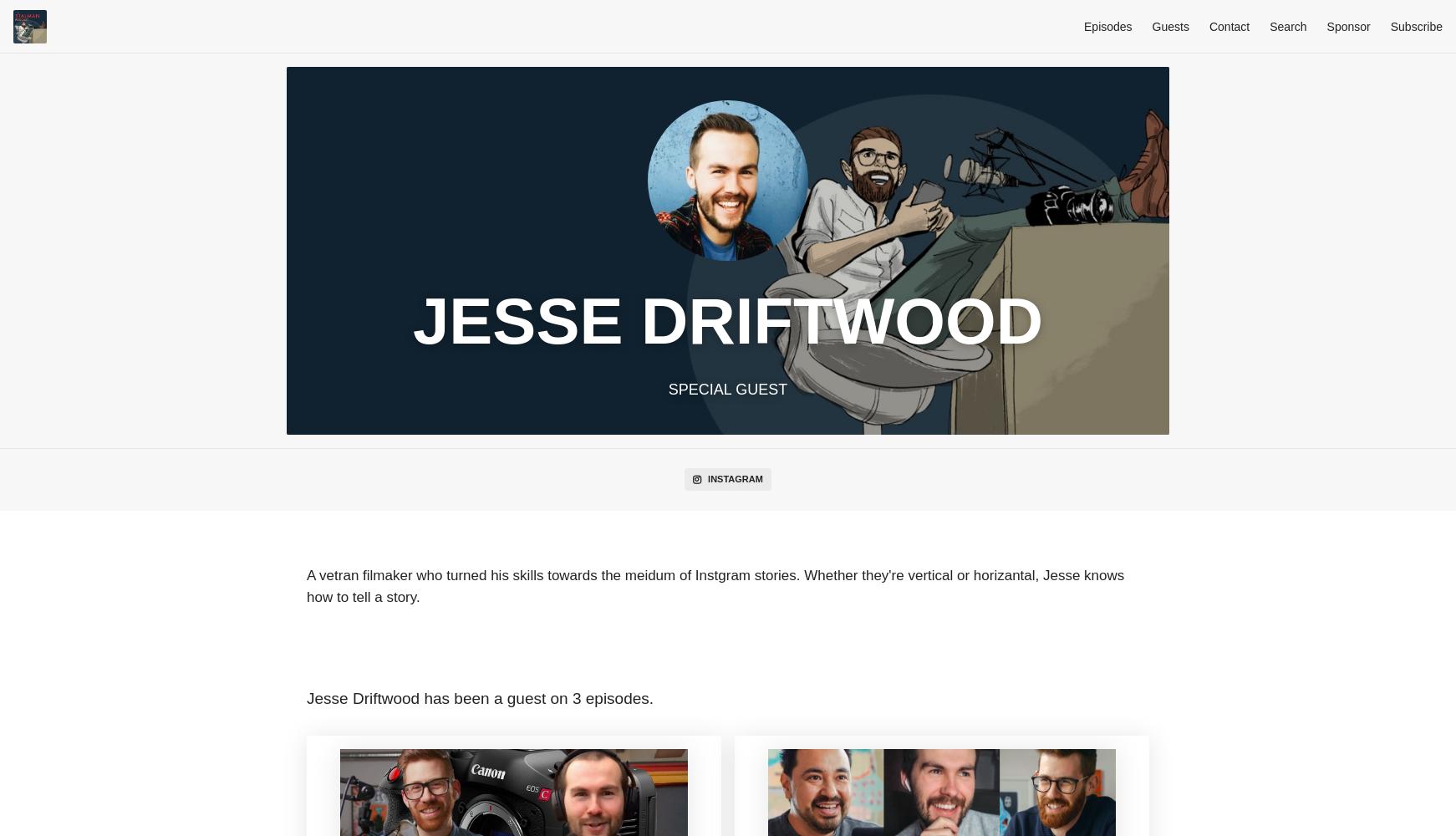 The width and height of the screenshot is (1456, 836). I want to click on 'Jesse Driftwood', so click(727, 321).